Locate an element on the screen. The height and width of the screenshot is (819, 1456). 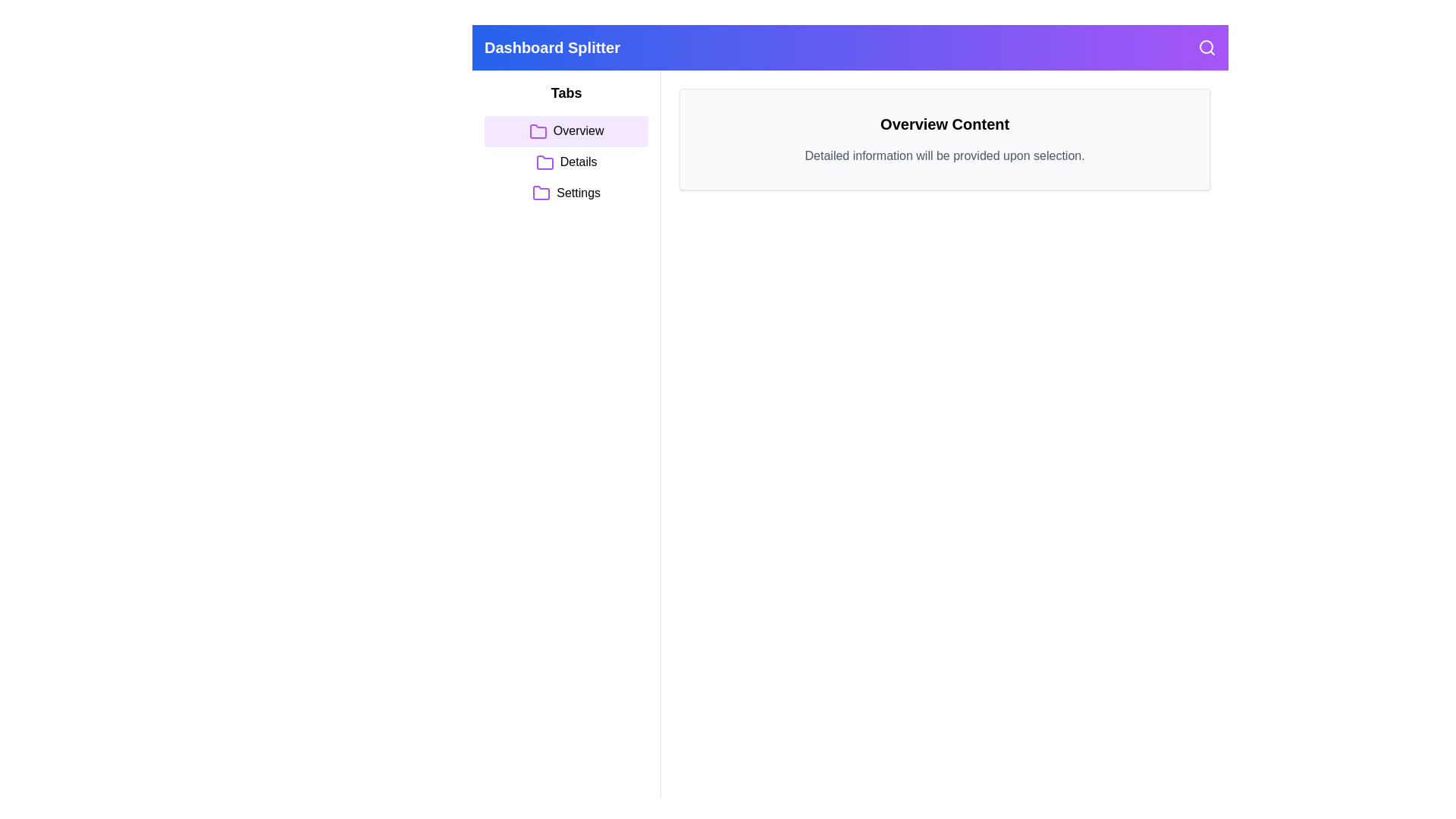
the 'Overview' button located at the top of the vertical list of navigational buttons in the sidebar is located at coordinates (566, 130).